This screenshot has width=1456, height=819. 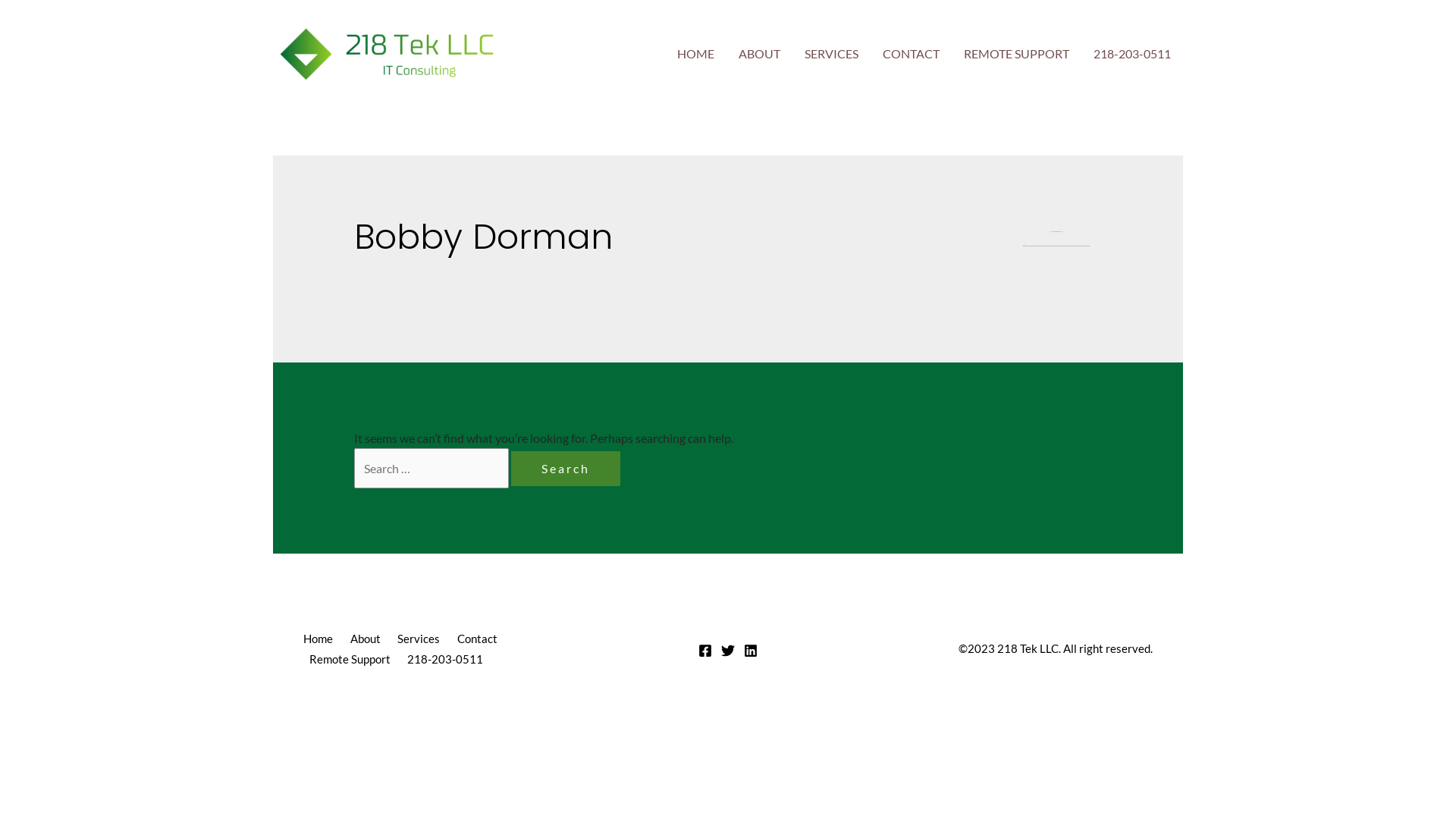 I want to click on 'ABOUT', so click(x=759, y=52).